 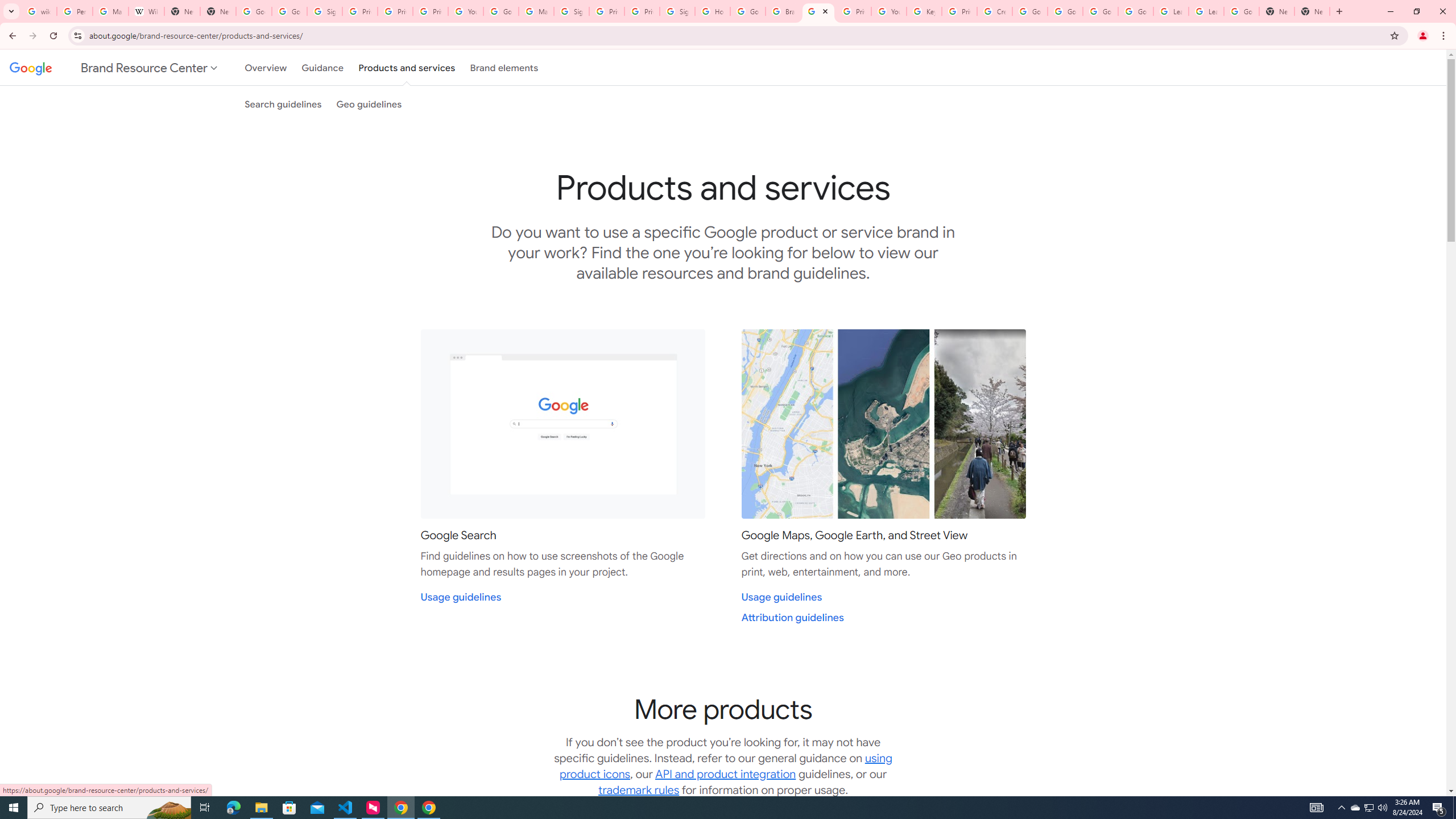 What do you see at coordinates (725, 773) in the screenshot?
I see `'API and product integration'` at bounding box center [725, 773].